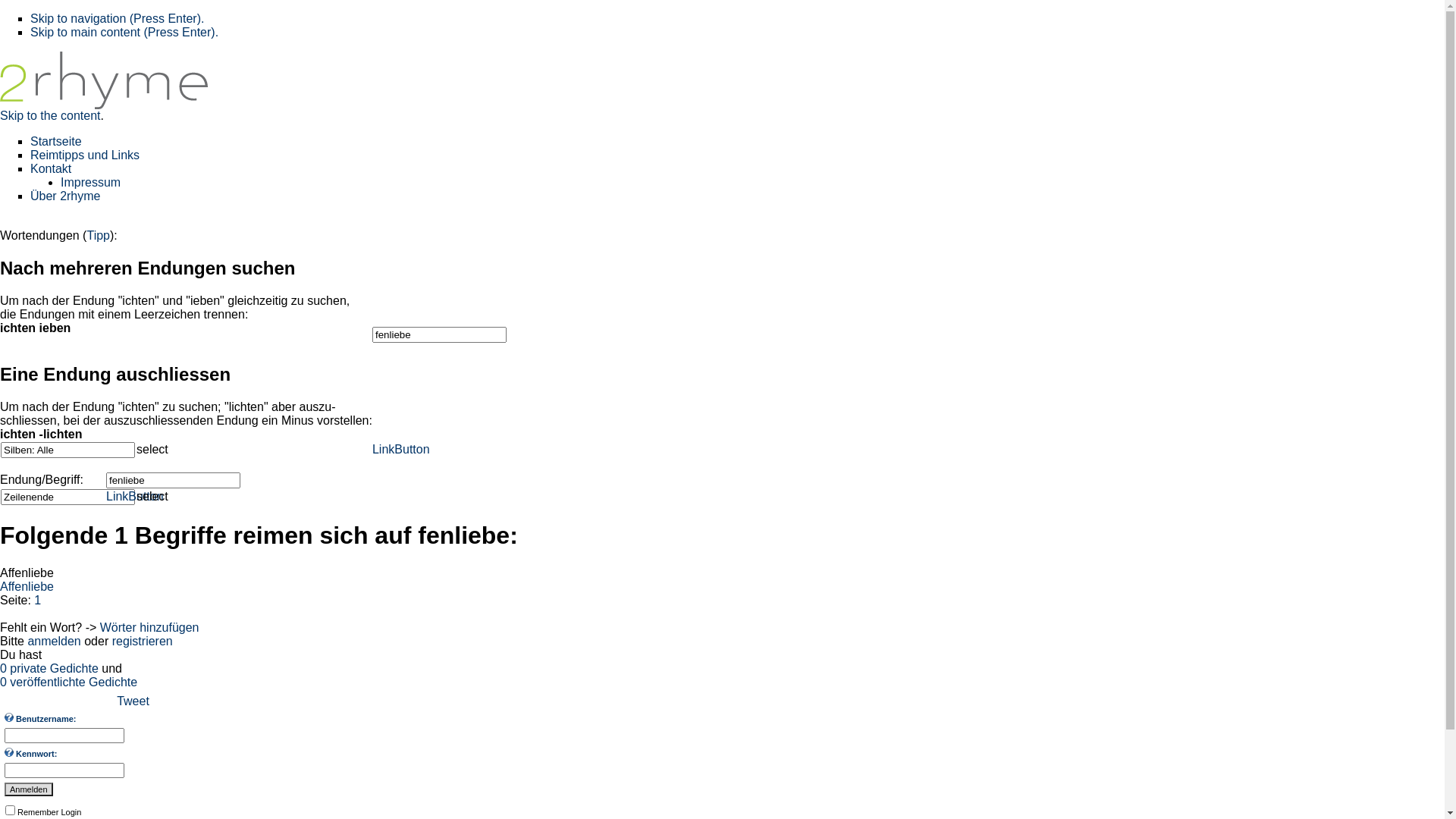 The width and height of the screenshot is (1456, 819). What do you see at coordinates (24, 585) in the screenshot?
I see `'n'` at bounding box center [24, 585].